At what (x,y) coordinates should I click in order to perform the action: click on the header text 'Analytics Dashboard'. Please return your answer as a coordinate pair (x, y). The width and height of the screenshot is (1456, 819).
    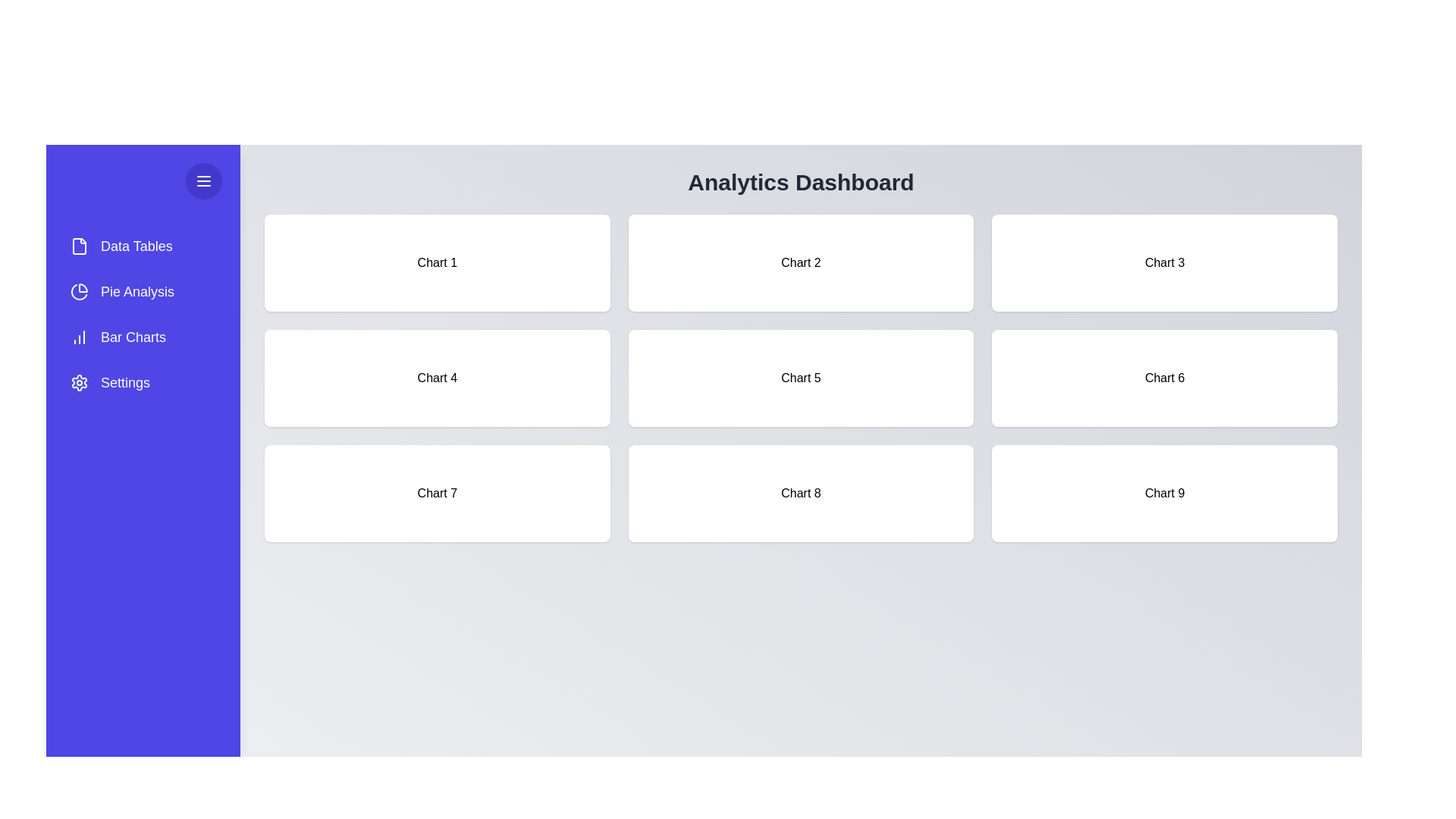
    Looking at the image, I should click on (800, 181).